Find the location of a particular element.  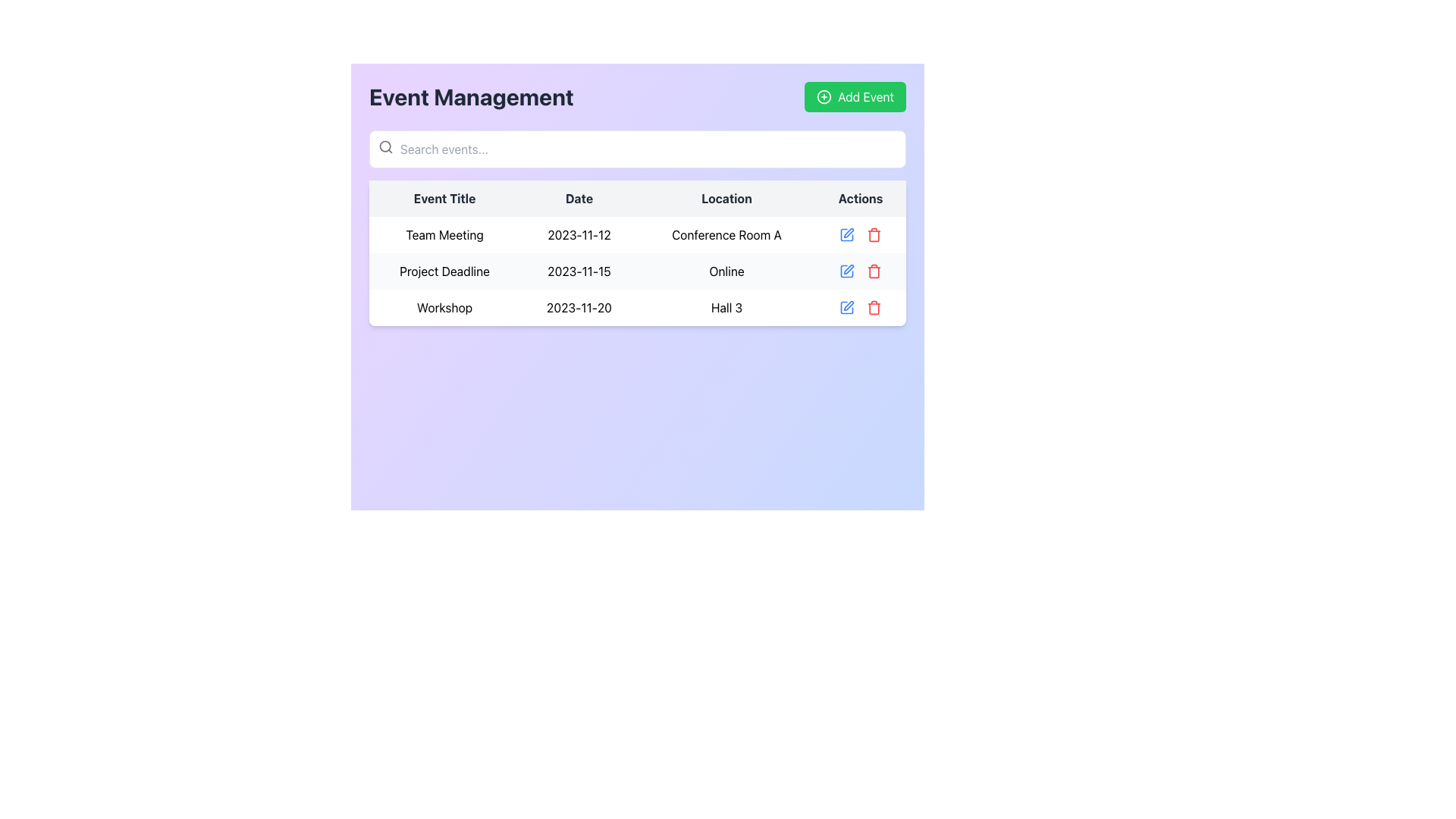

the 'Team Meeting' text label located in the 'Event Title' column of the table, which is the first entry aligned with the date '2023-11-12' and location 'Conference Room A' is located at coordinates (444, 234).